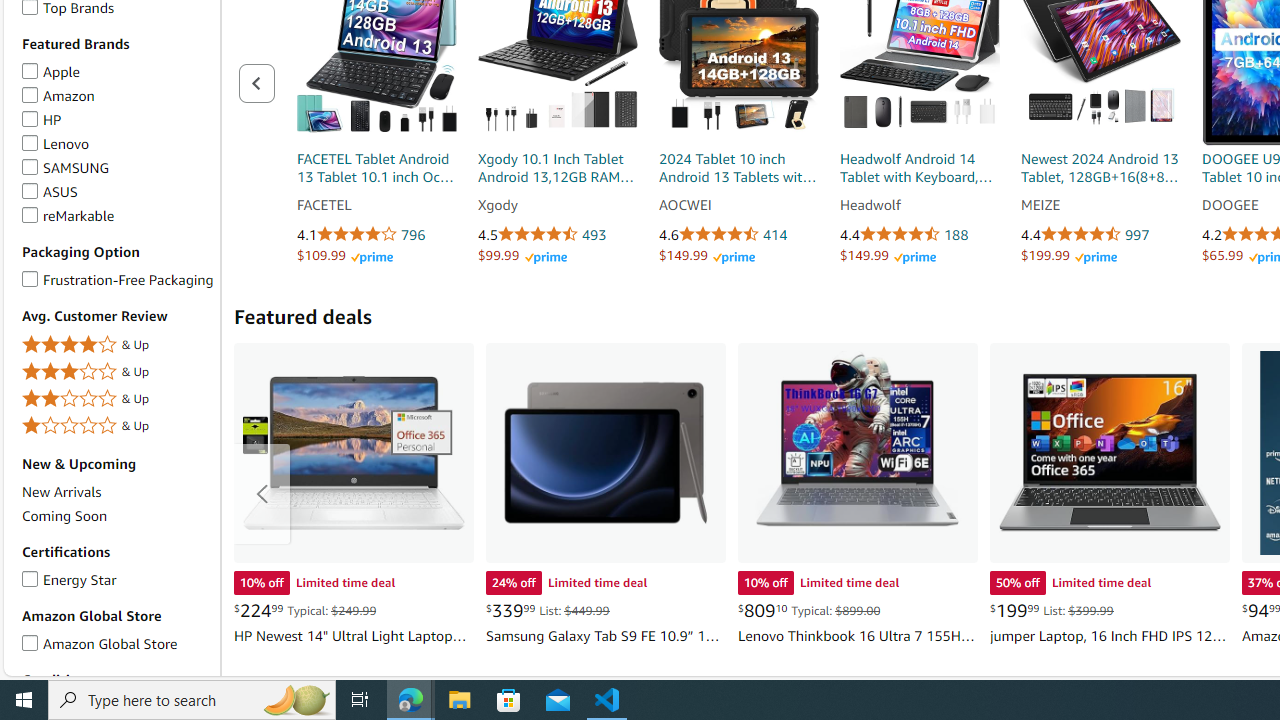 The height and width of the screenshot is (720, 1280). I want to click on 'SAMSUNGSAMSUNG', so click(116, 166).